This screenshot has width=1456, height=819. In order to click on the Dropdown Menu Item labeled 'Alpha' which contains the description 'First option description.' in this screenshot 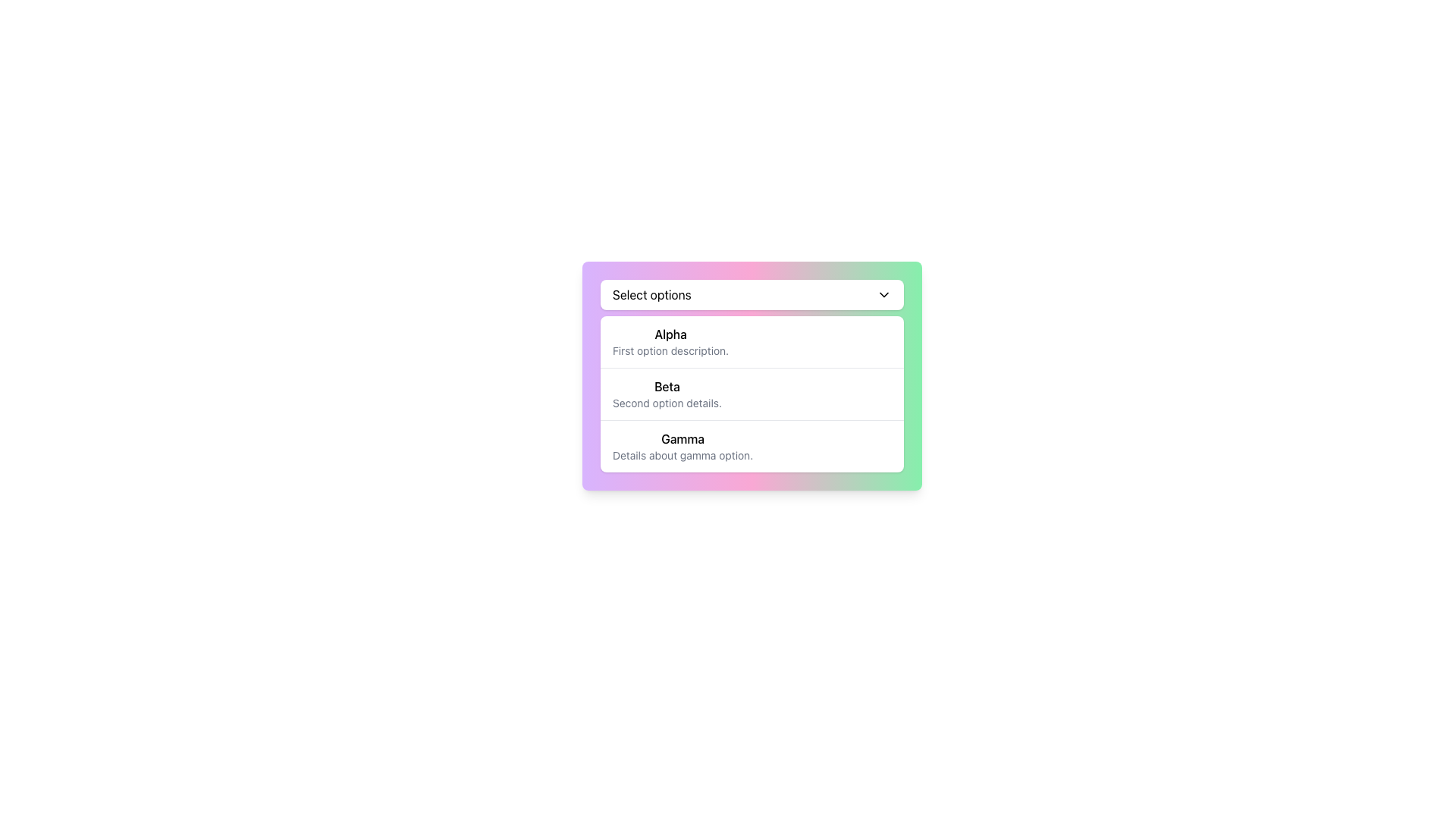, I will do `click(670, 342)`.